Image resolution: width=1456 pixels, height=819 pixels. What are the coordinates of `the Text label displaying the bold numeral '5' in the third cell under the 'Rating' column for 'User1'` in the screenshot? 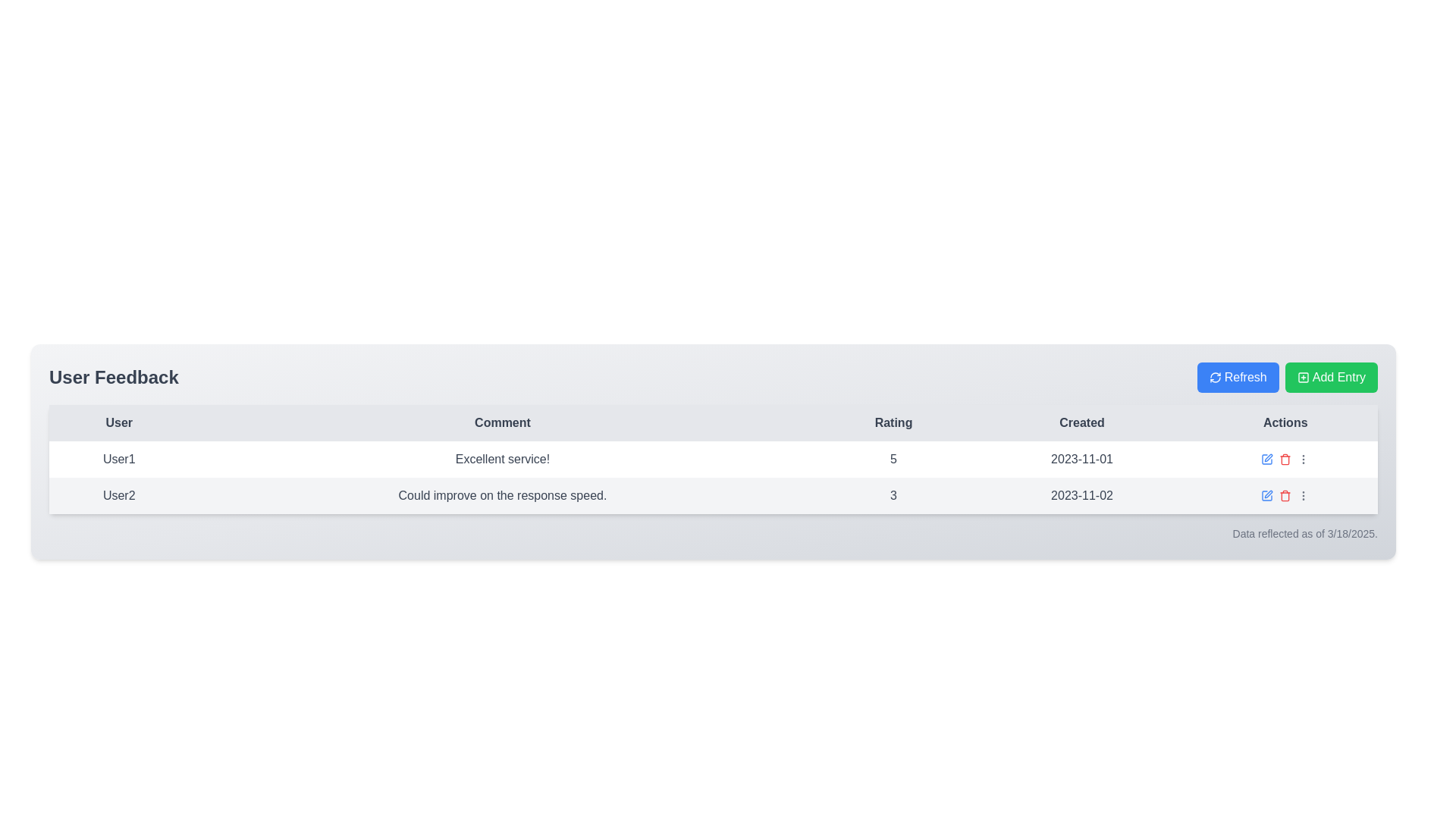 It's located at (893, 458).